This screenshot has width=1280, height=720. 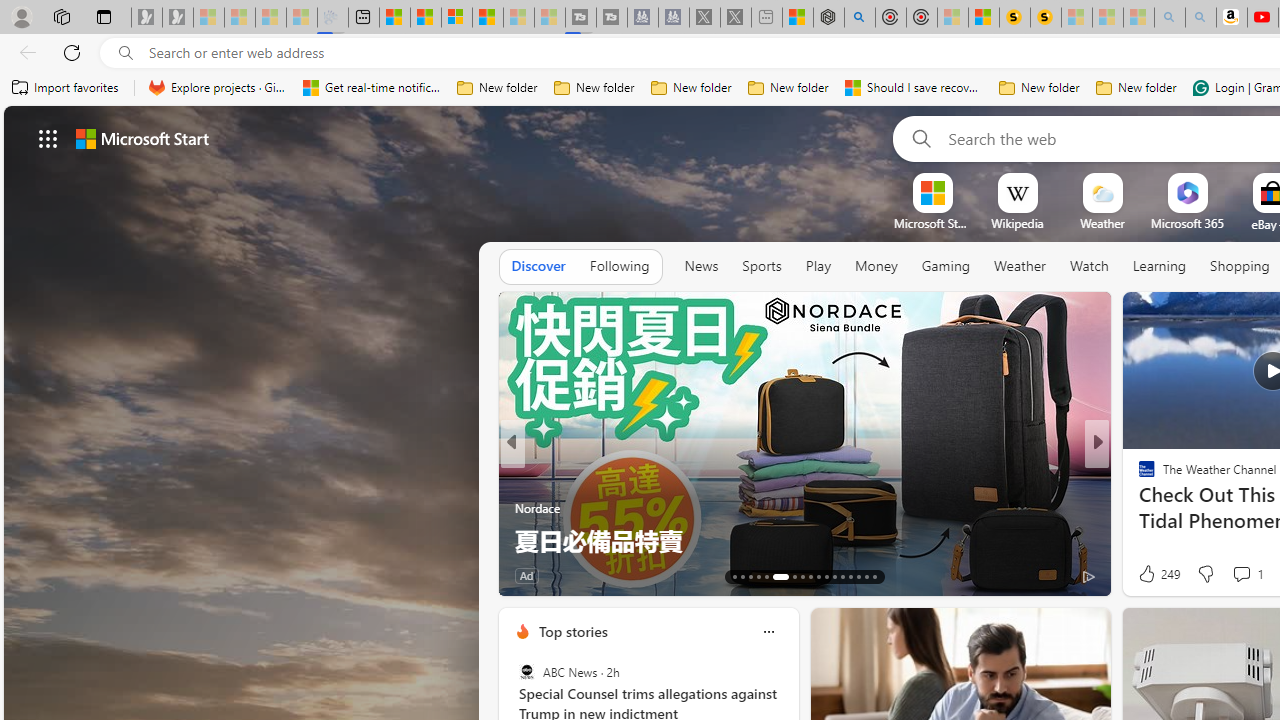 I want to click on 'Learning', so click(x=1159, y=265).